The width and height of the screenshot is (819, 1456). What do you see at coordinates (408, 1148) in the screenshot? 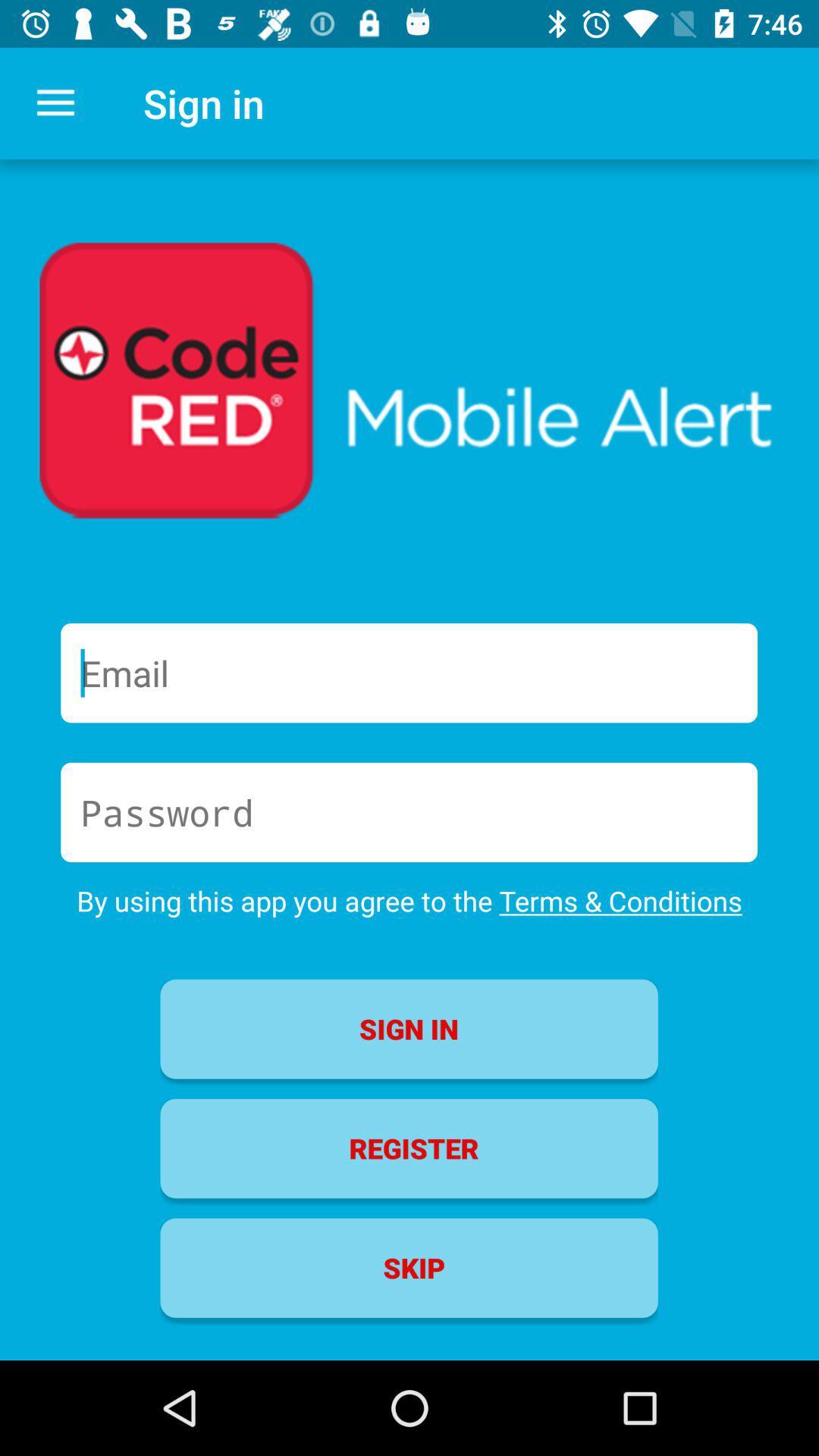
I see `register item` at bounding box center [408, 1148].